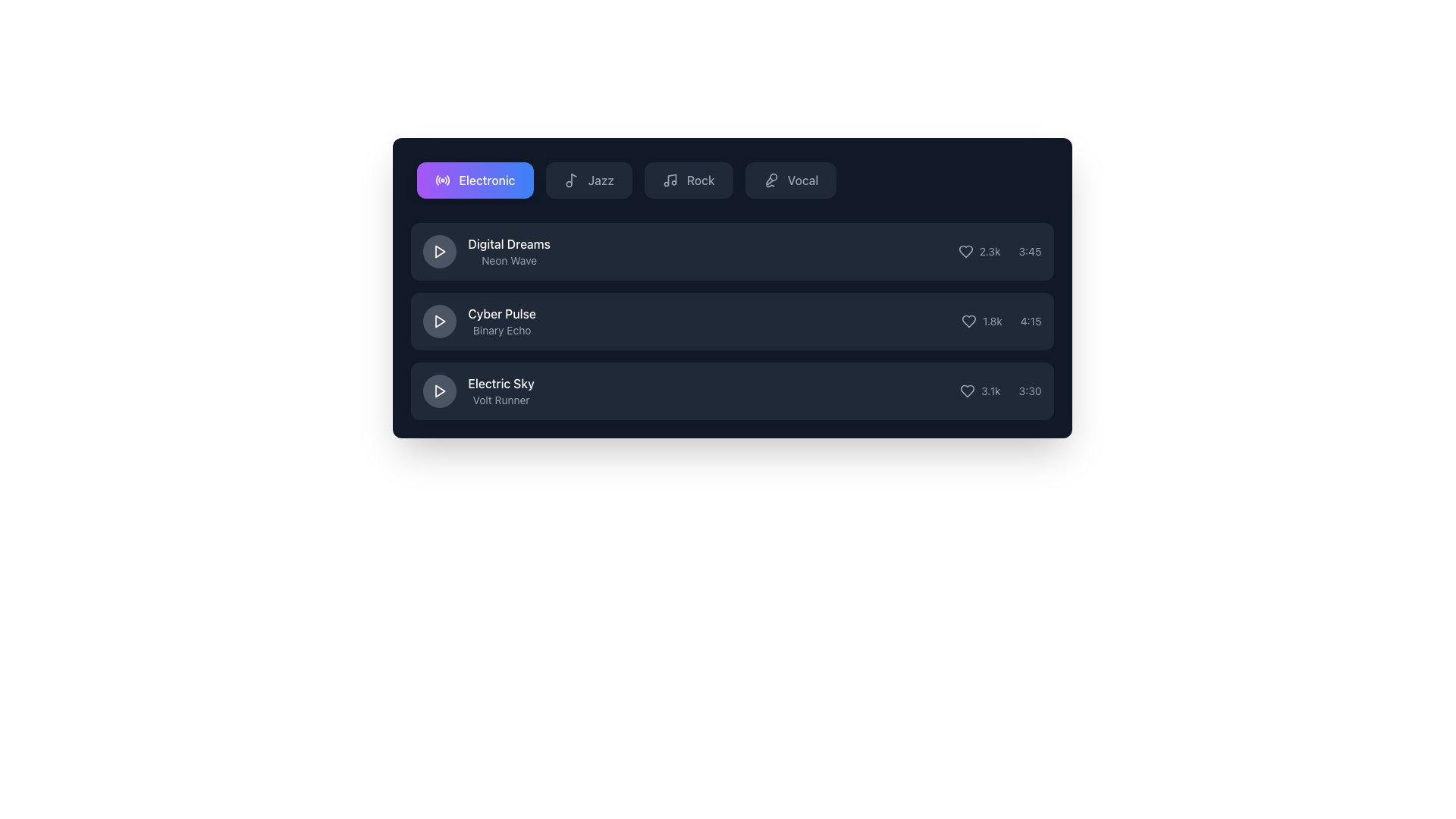 The height and width of the screenshot is (819, 1456). Describe the element at coordinates (789, 180) in the screenshot. I see `the 'Vocal' button, which is the fourth item in a horizontally scrollable list with a dark gray background and a microphone icon` at that location.